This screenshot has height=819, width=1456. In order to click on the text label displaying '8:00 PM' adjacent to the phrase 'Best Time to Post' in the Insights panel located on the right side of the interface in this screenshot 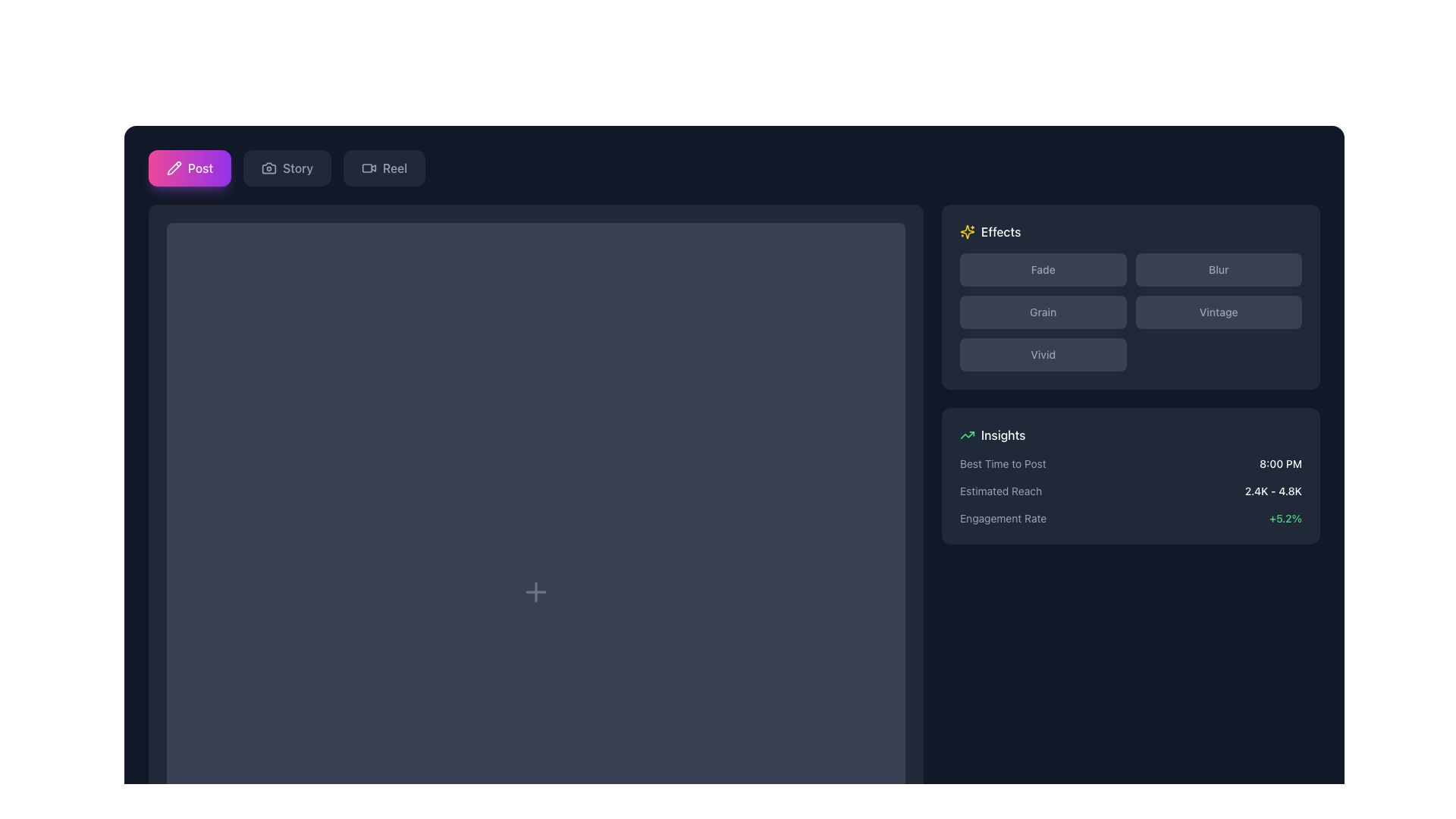, I will do `click(1280, 463)`.